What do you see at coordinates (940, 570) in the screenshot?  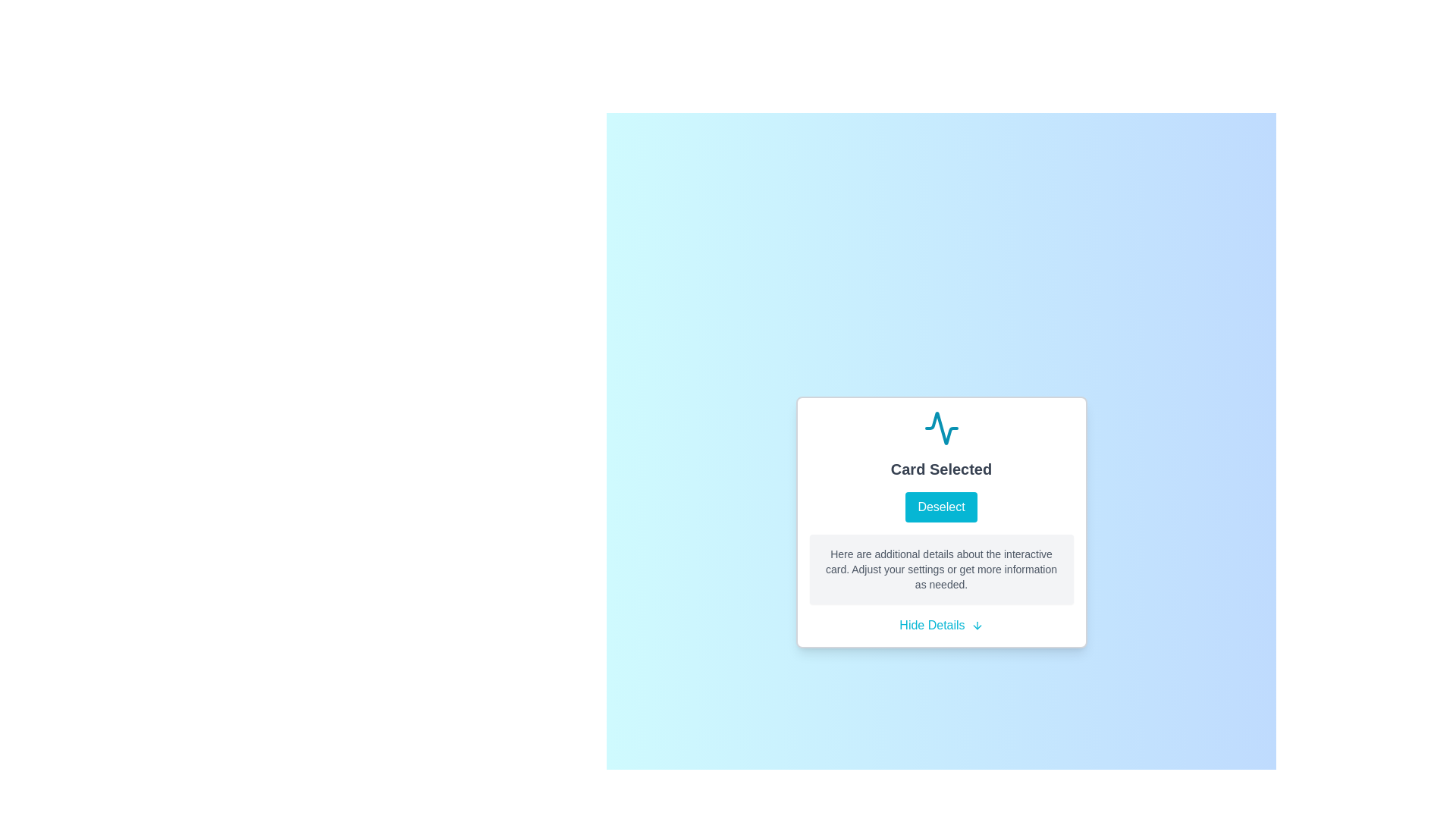 I see `the Informational Text Box, which is a rectangular box with a light gray background, located beneath the 'Deselect' button and above the 'Hide Details' link` at bounding box center [940, 570].